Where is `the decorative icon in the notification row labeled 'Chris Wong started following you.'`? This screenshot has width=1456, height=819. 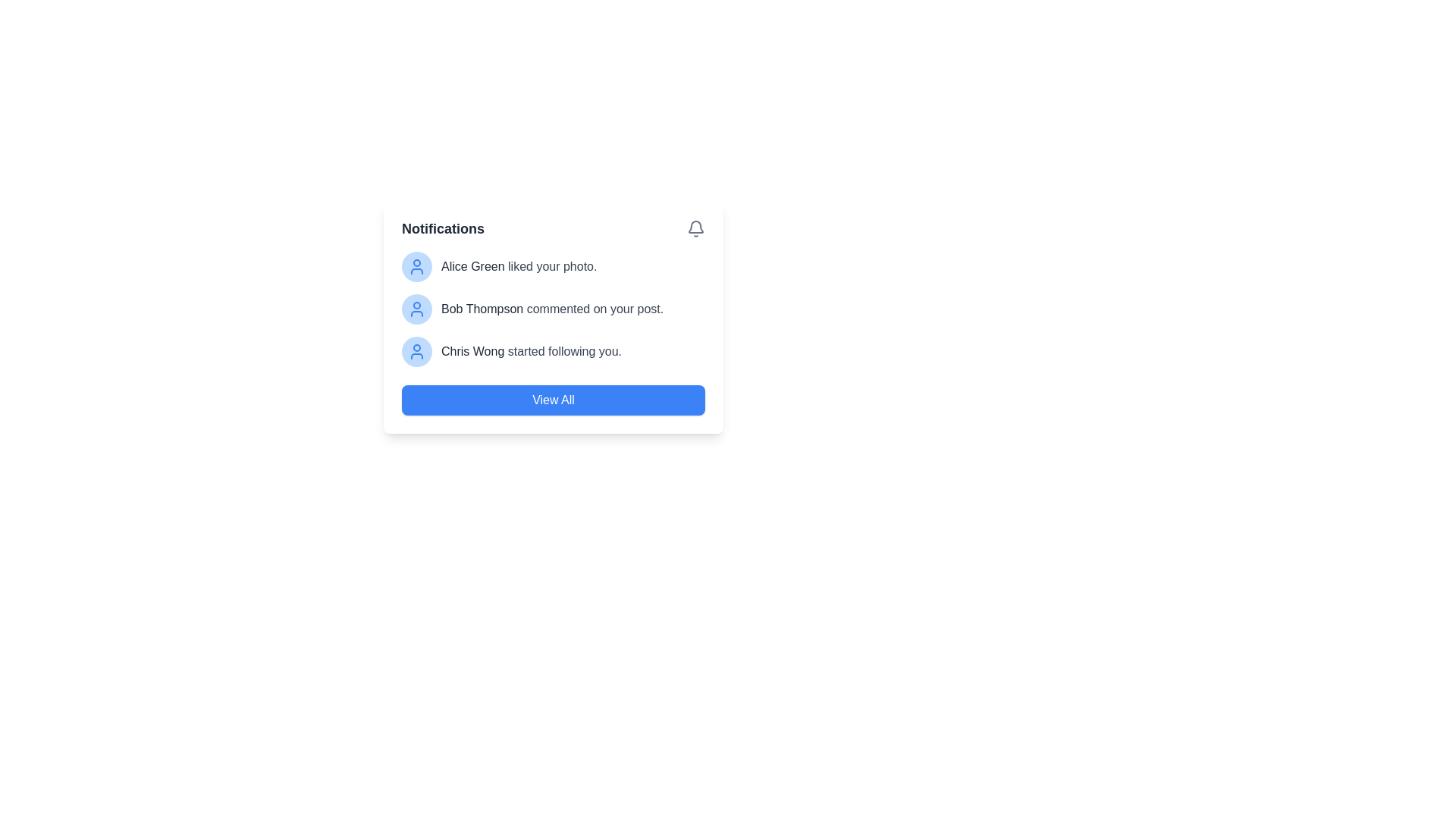 the decorative icon in the notification row labeled 'Chris Wong started following you.' is located at coordinates (417, 351).